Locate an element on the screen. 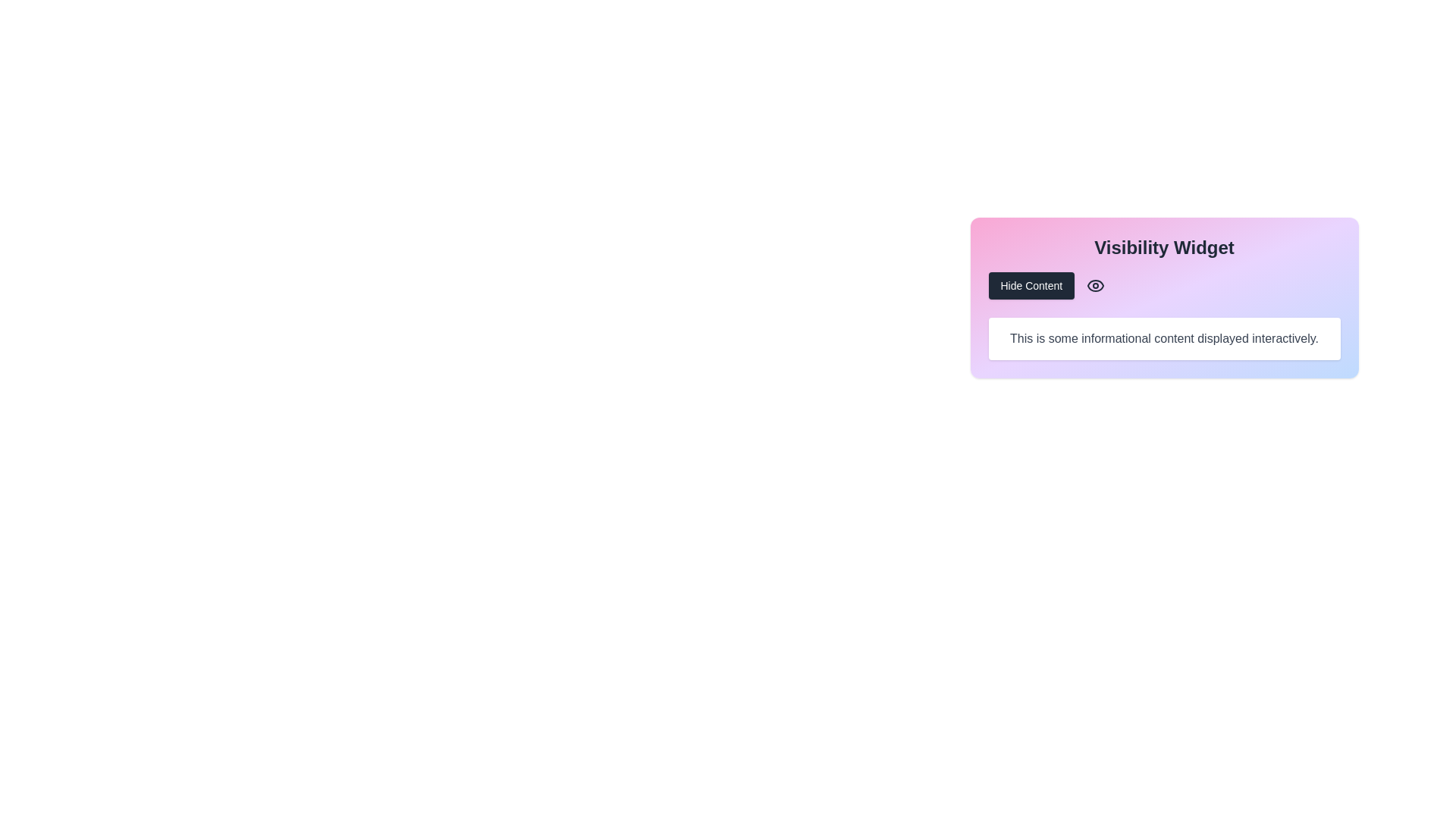  the informational Text Box with rounded corners and a white background, displaying the text 'This is some informational content displayed interactively.' is located at coordinates (1163, 338).